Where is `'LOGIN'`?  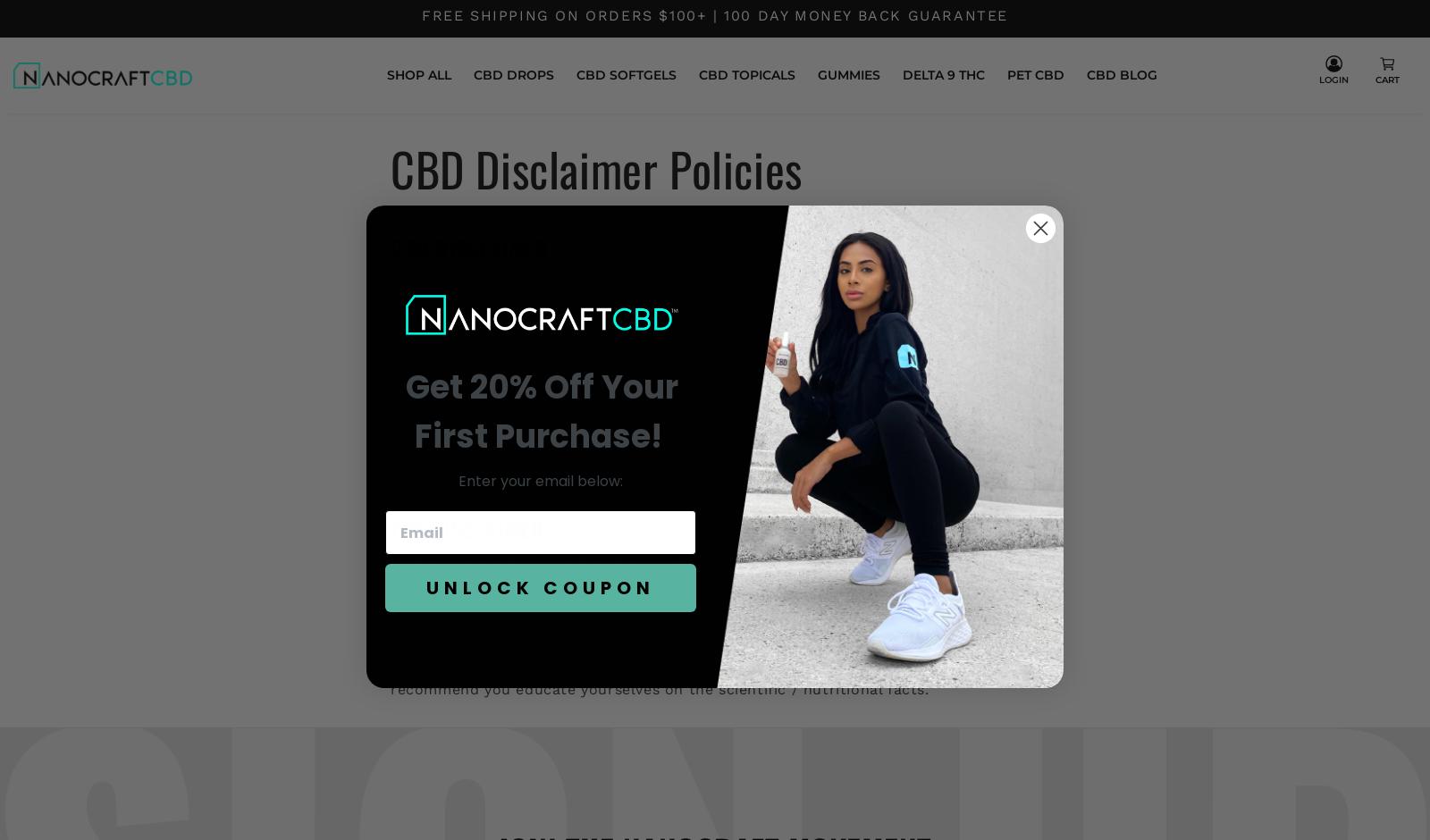 'LOGIN' is located at coordinates (1333, 80).